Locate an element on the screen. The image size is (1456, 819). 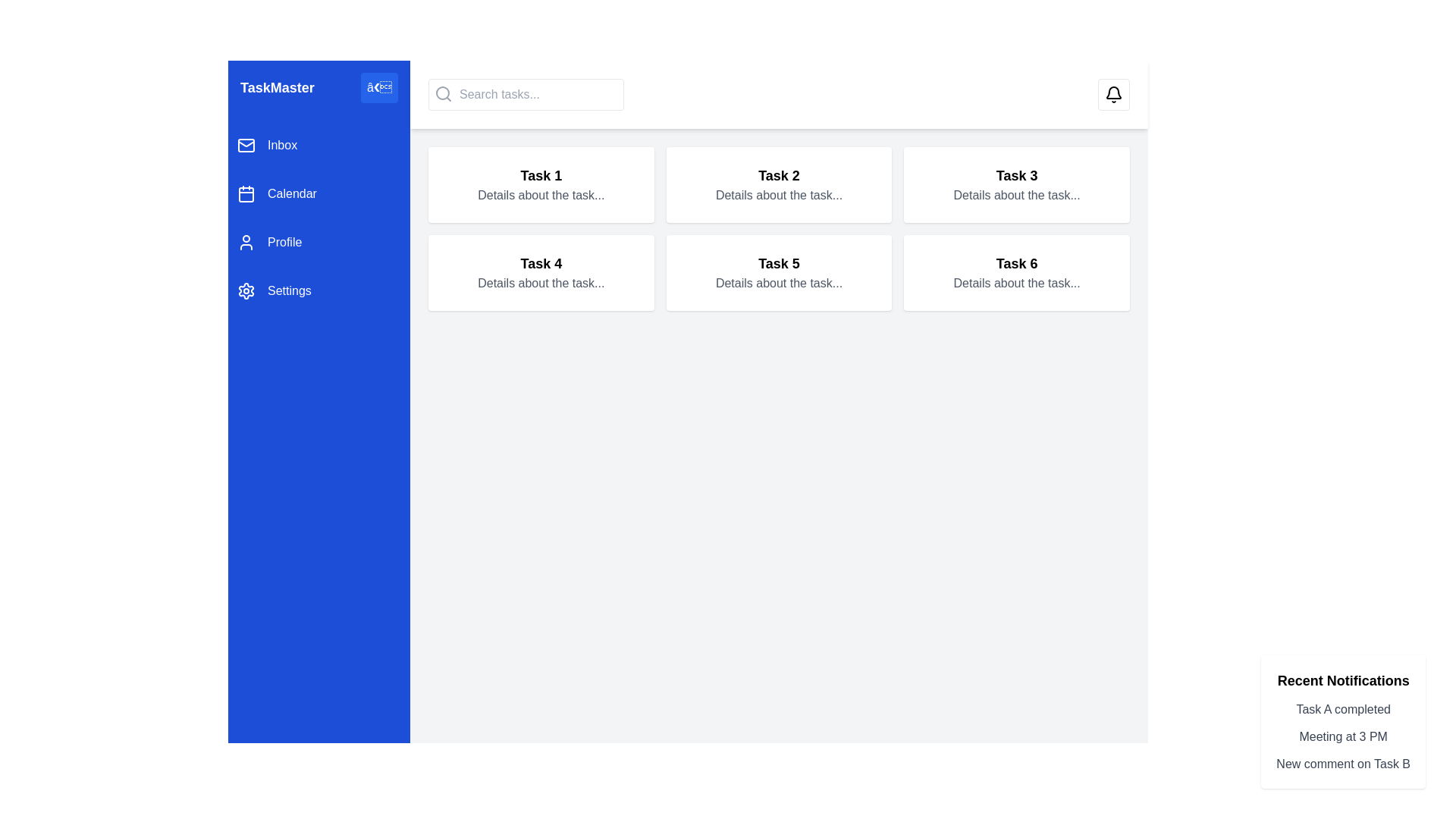
the SVG rectangle element representing a calendar, located centrally within the sidebar menu, positioned between the 'Inbox' and 'Profile' items is located at coordinates (246, 194).